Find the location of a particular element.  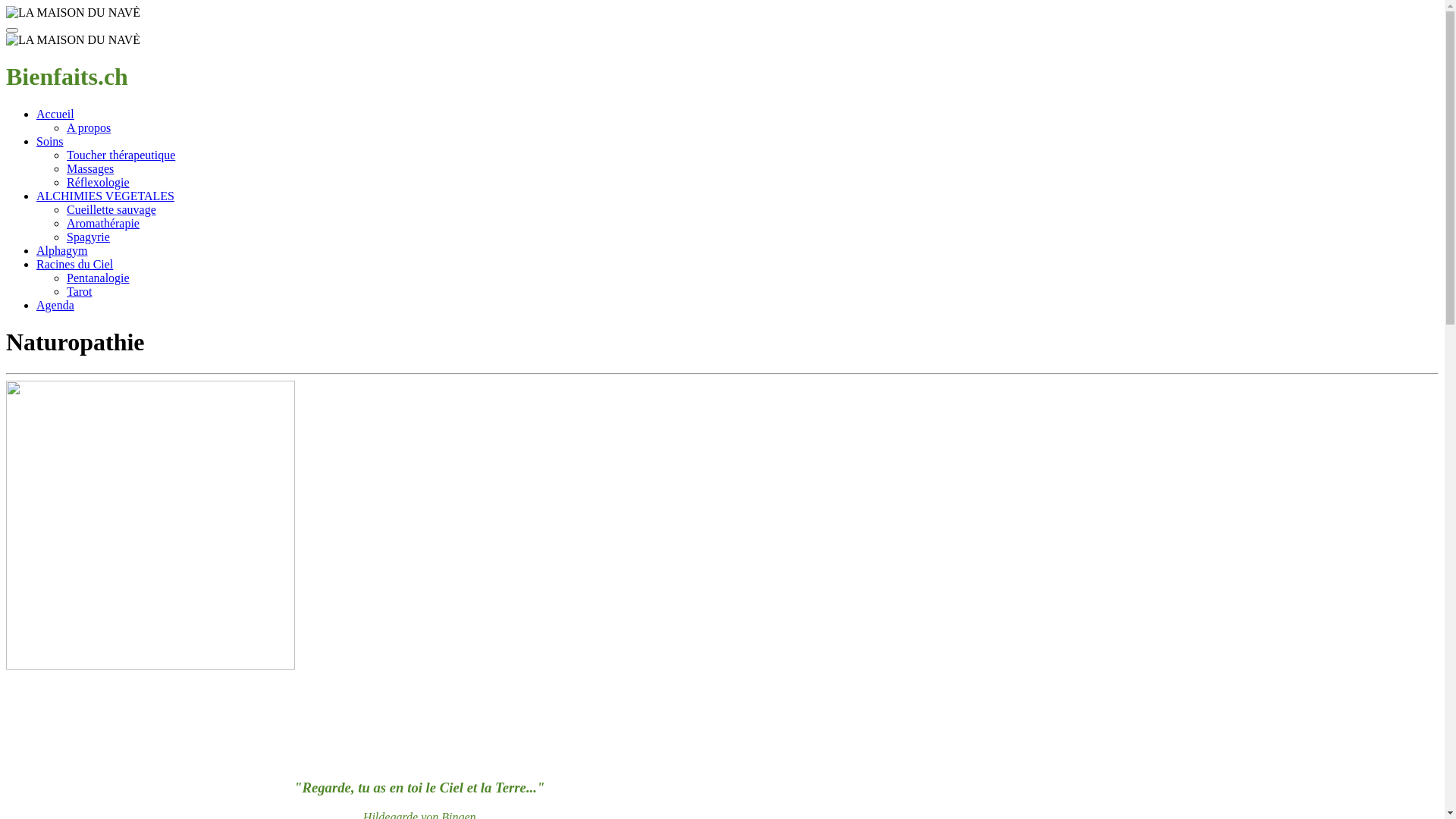

'Pentanalogie' is located at coordinates (97, 278).